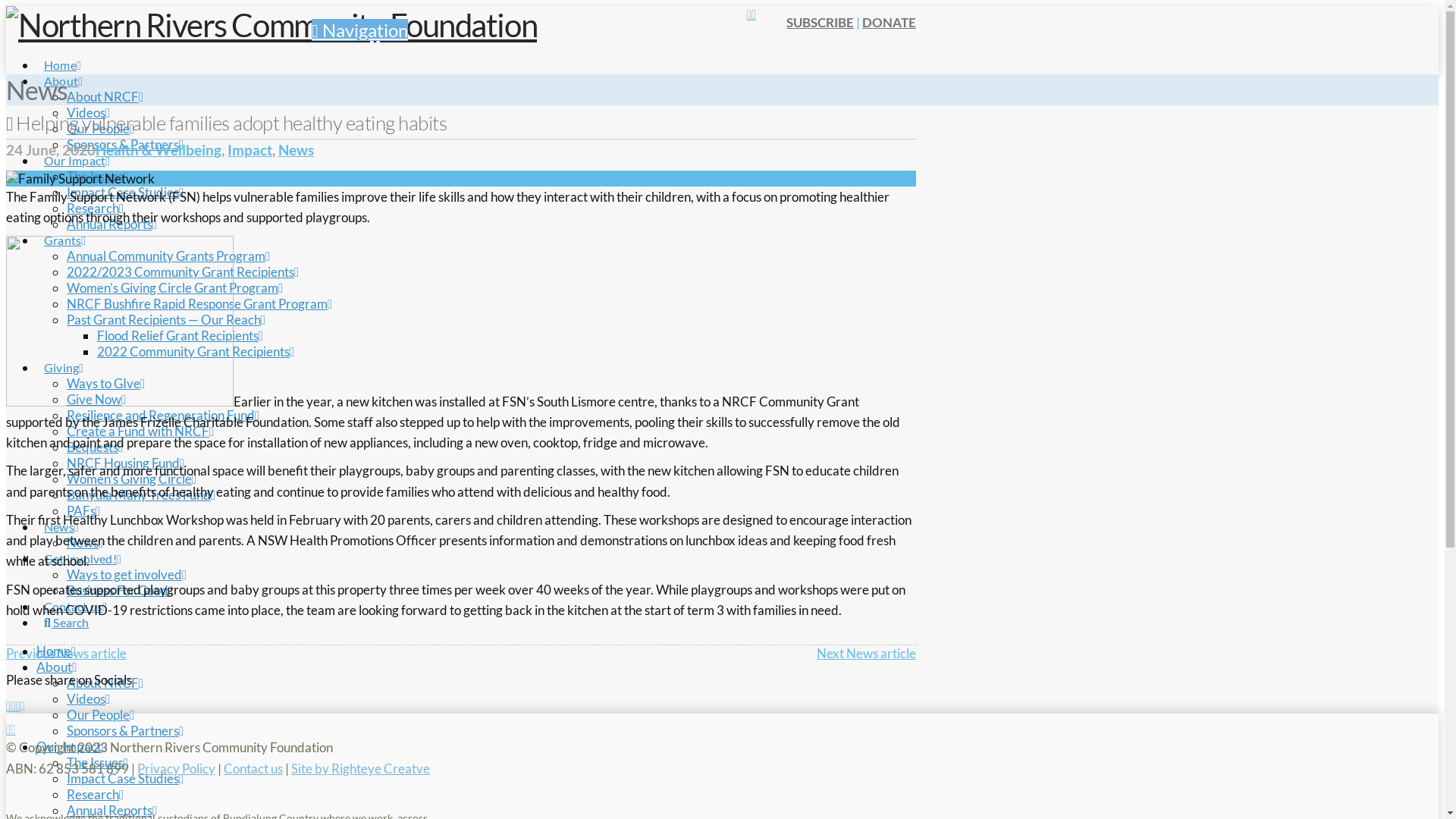  Describe the element at coordinates (124, 730) in the screenshot. I see `'Sponsors & Partners'` at that location.